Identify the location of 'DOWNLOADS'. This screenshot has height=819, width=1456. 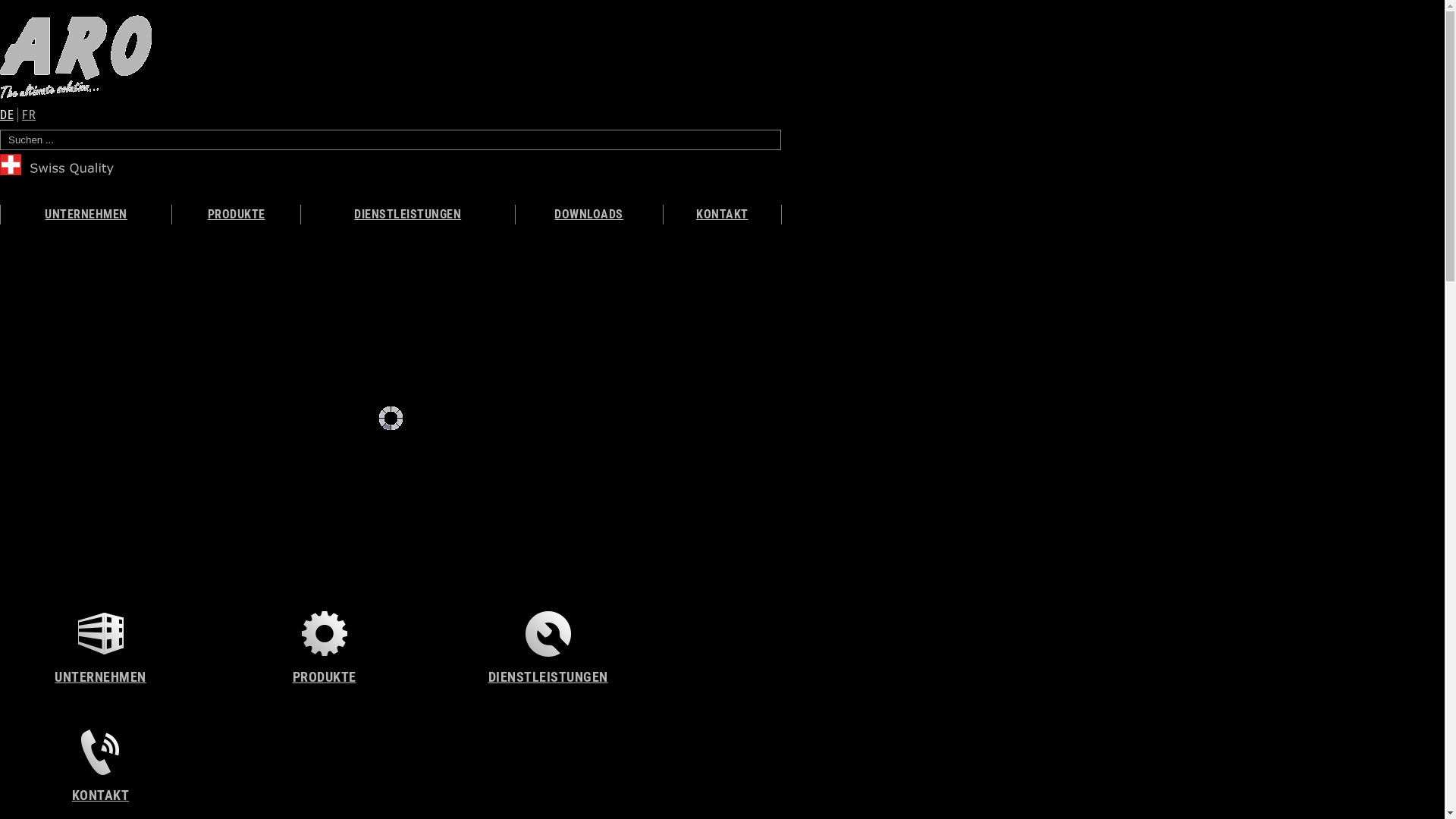
(588, 214).